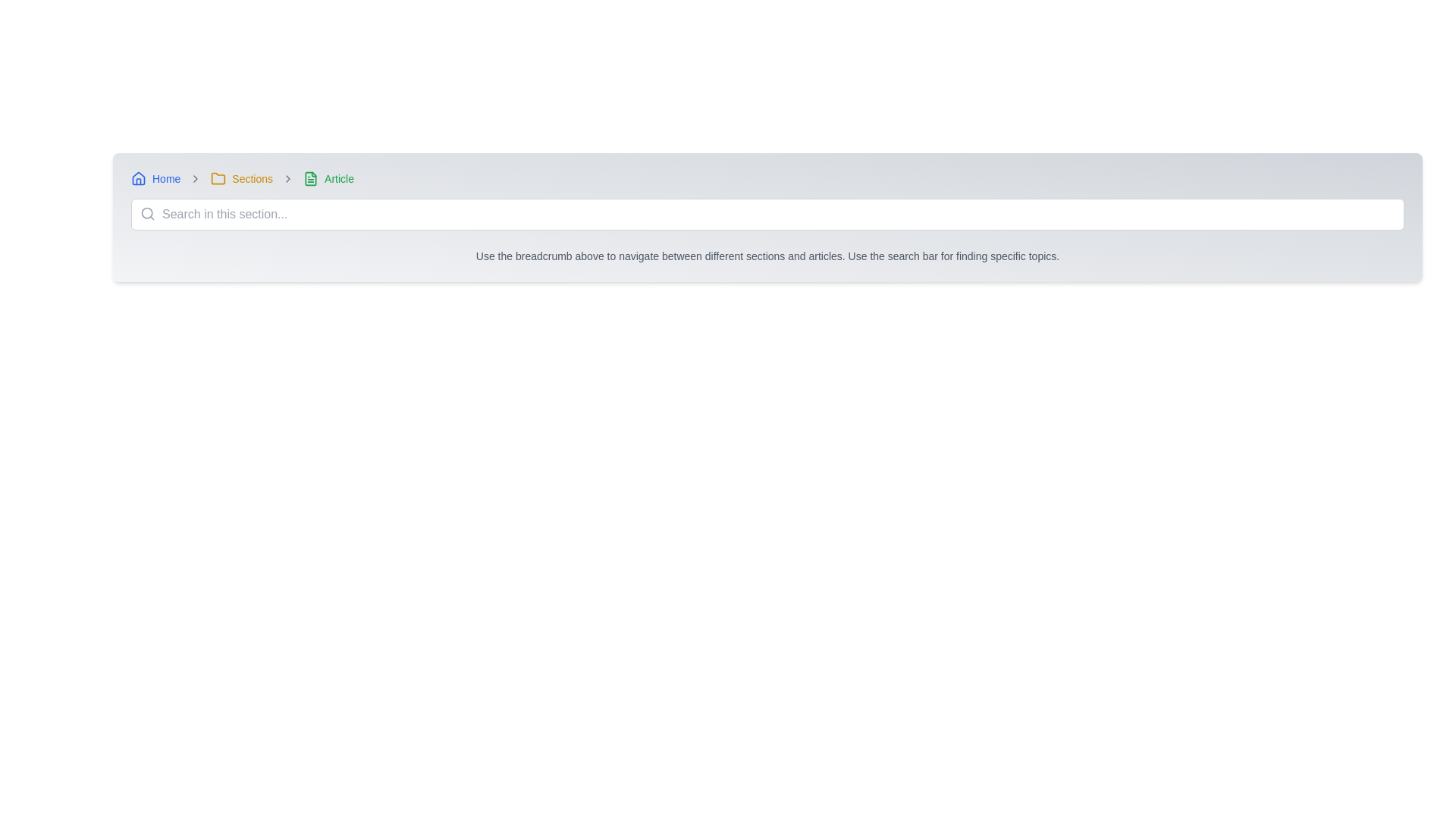  I want to click on the blue house icon in the breadcrumb navigation that is located to the left of the 'Home' text, so click(138, 177).